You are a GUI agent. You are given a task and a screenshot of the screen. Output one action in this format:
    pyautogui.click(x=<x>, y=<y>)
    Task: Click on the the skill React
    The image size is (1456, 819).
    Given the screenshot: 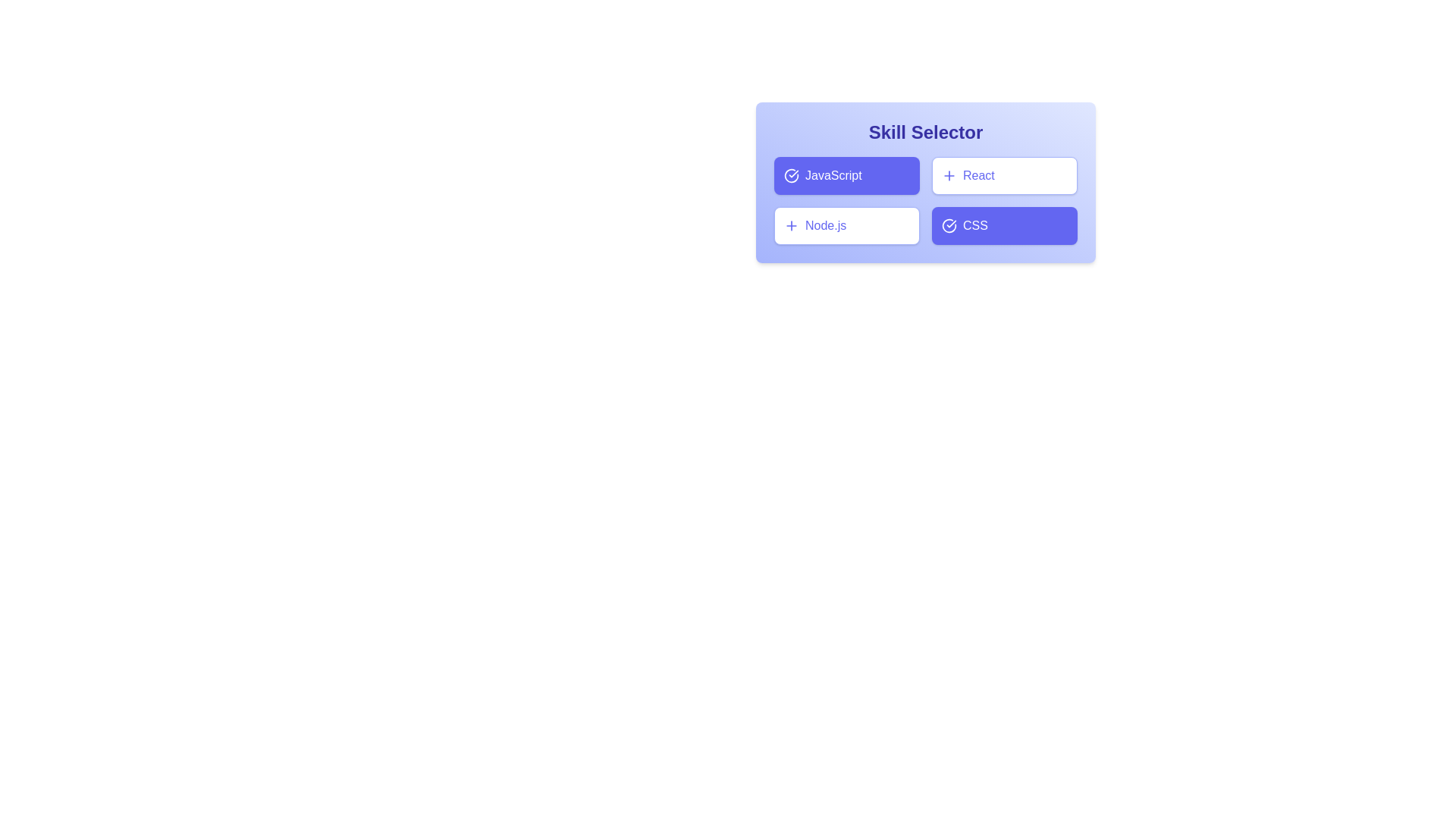 What is the action you would take?
    pyautogui.click(x=1004, y=174)
    